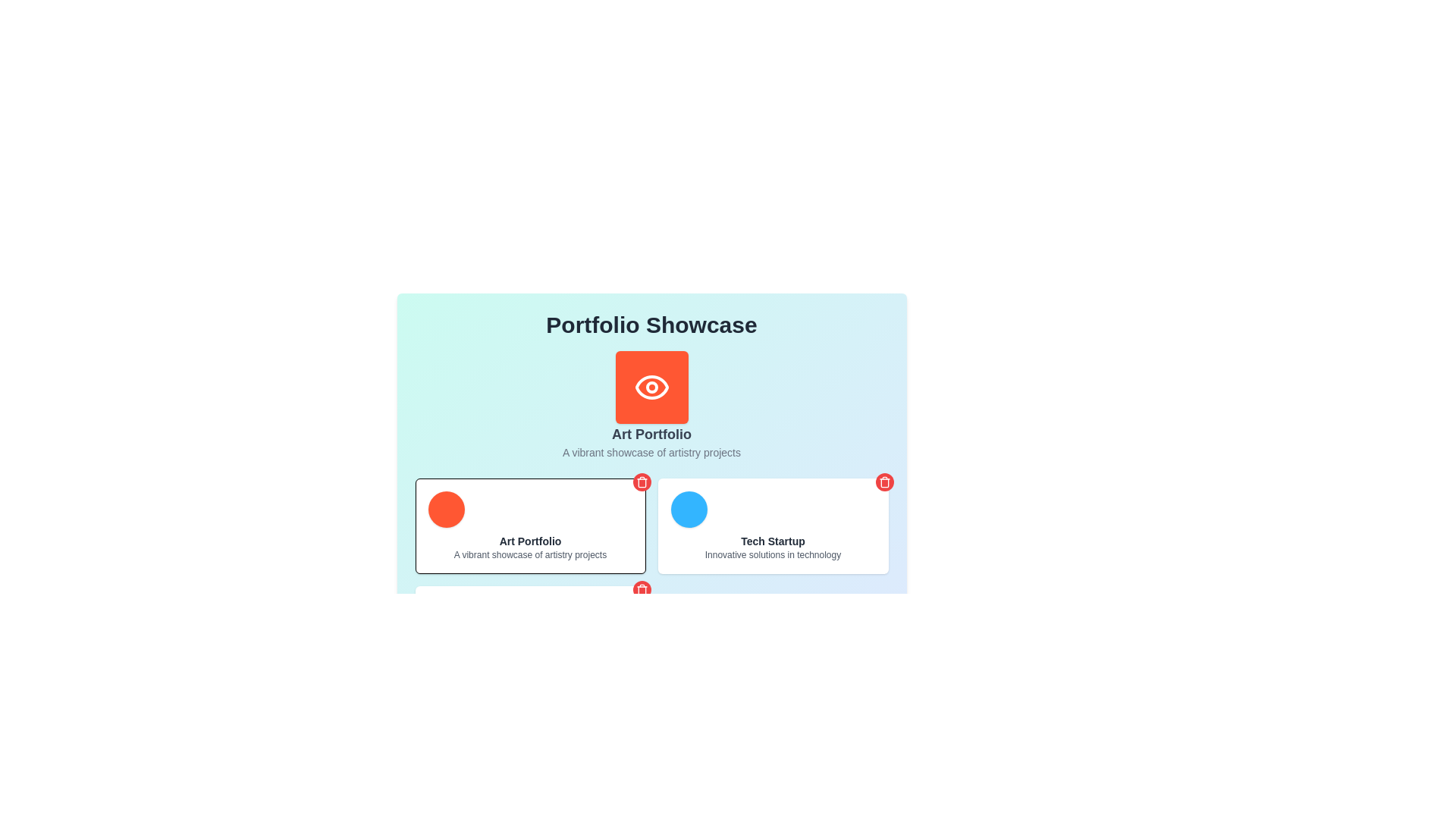 The height and width of the screenshot is (819, 1456). Describe the element at coordinates (773, 540) in the screenshot. I see `the Text label displaying 'Tech Startup', which serves as the main title for the card and is located above the description text 'Innovative solutions in technology'` at that location.